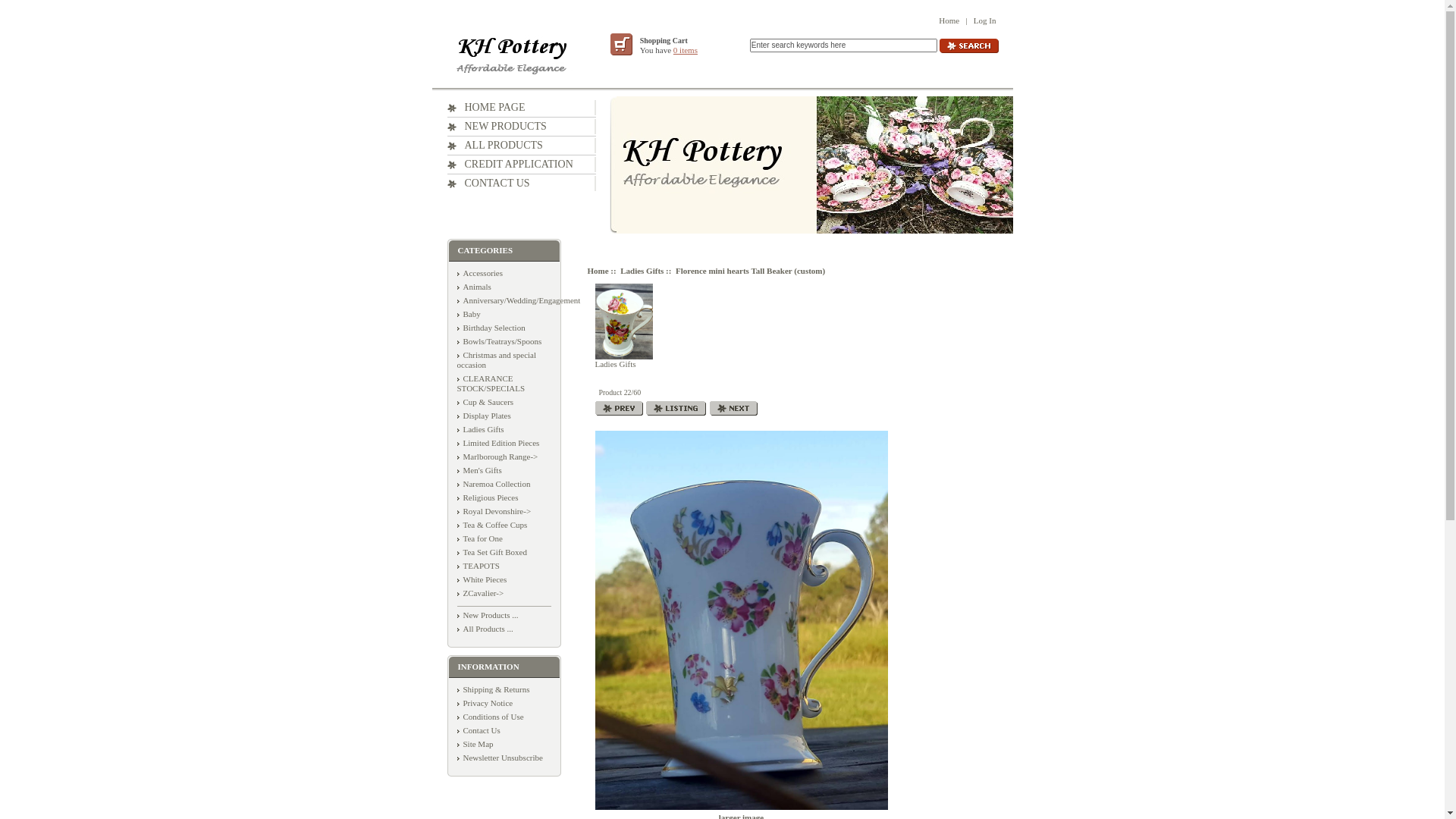  Describe the element at coordinates (497, 455) in the screenshot. I see `'Marlborough Range->'` at that location.